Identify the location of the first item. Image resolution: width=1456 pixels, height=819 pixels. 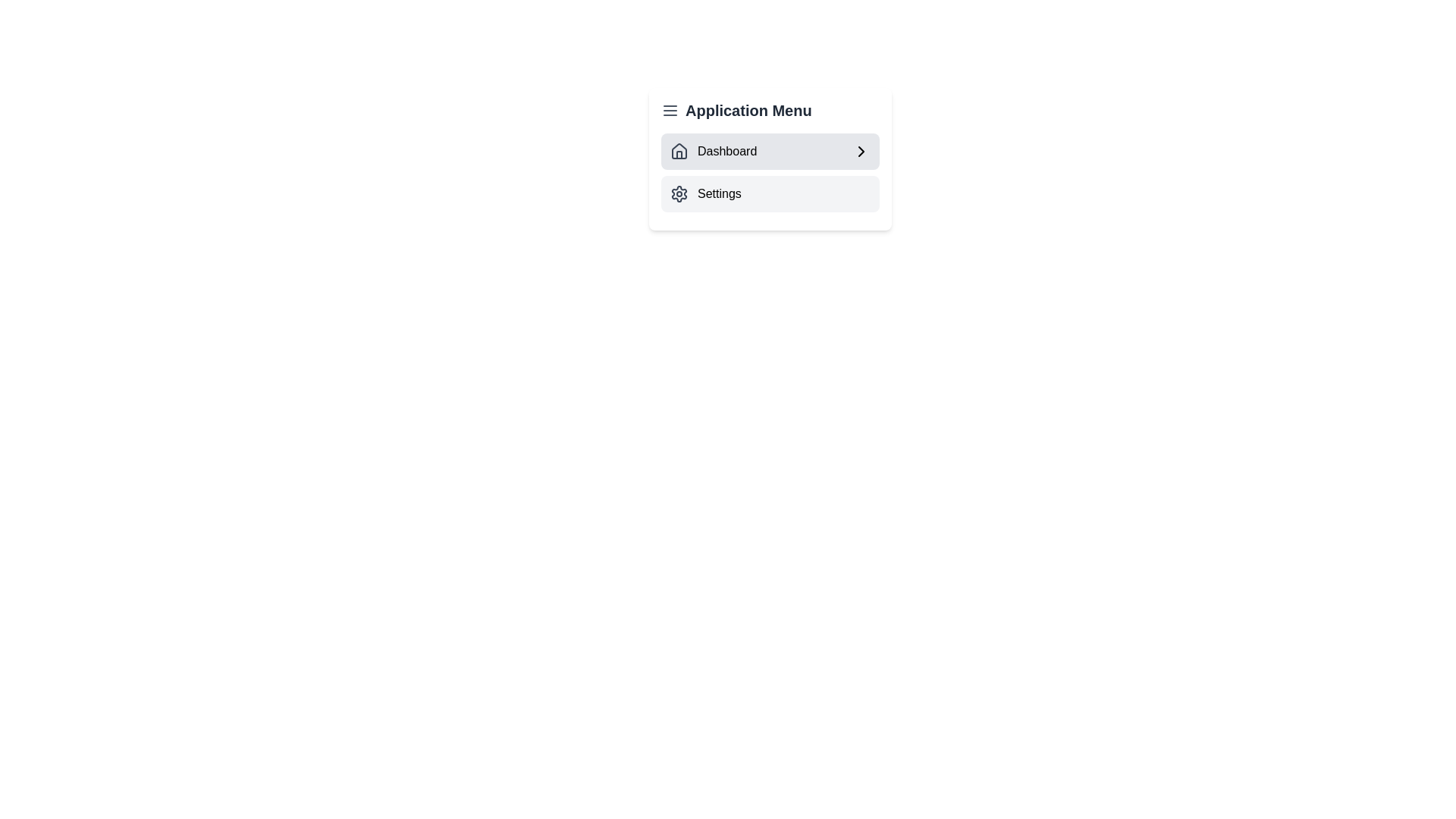
(770, 171).